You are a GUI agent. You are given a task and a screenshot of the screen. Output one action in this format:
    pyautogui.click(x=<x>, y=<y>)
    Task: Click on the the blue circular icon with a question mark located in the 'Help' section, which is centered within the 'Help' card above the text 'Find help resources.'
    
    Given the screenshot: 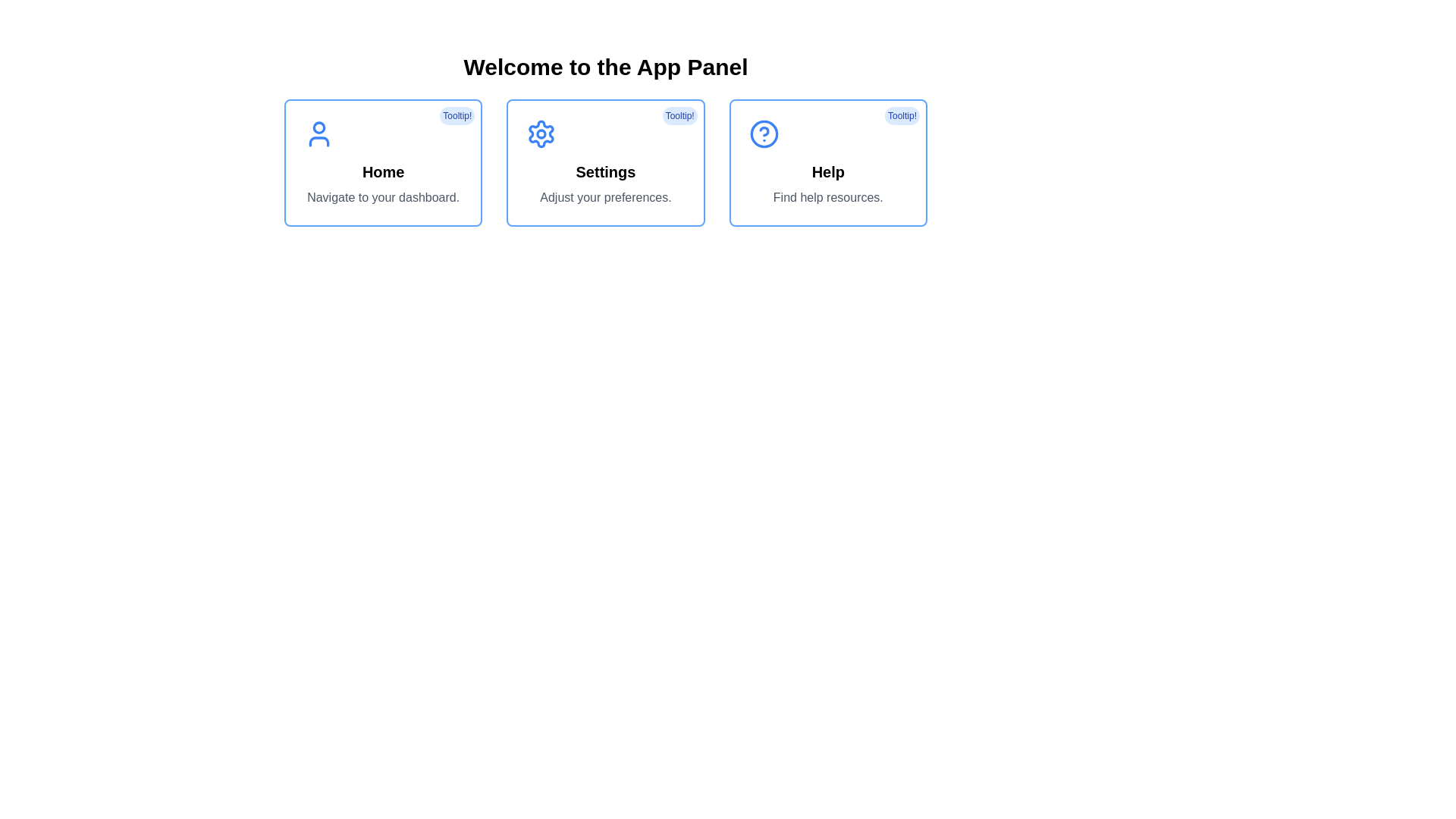 What is the action you would take?
    pyautogui.click(x=764, y=133)
    